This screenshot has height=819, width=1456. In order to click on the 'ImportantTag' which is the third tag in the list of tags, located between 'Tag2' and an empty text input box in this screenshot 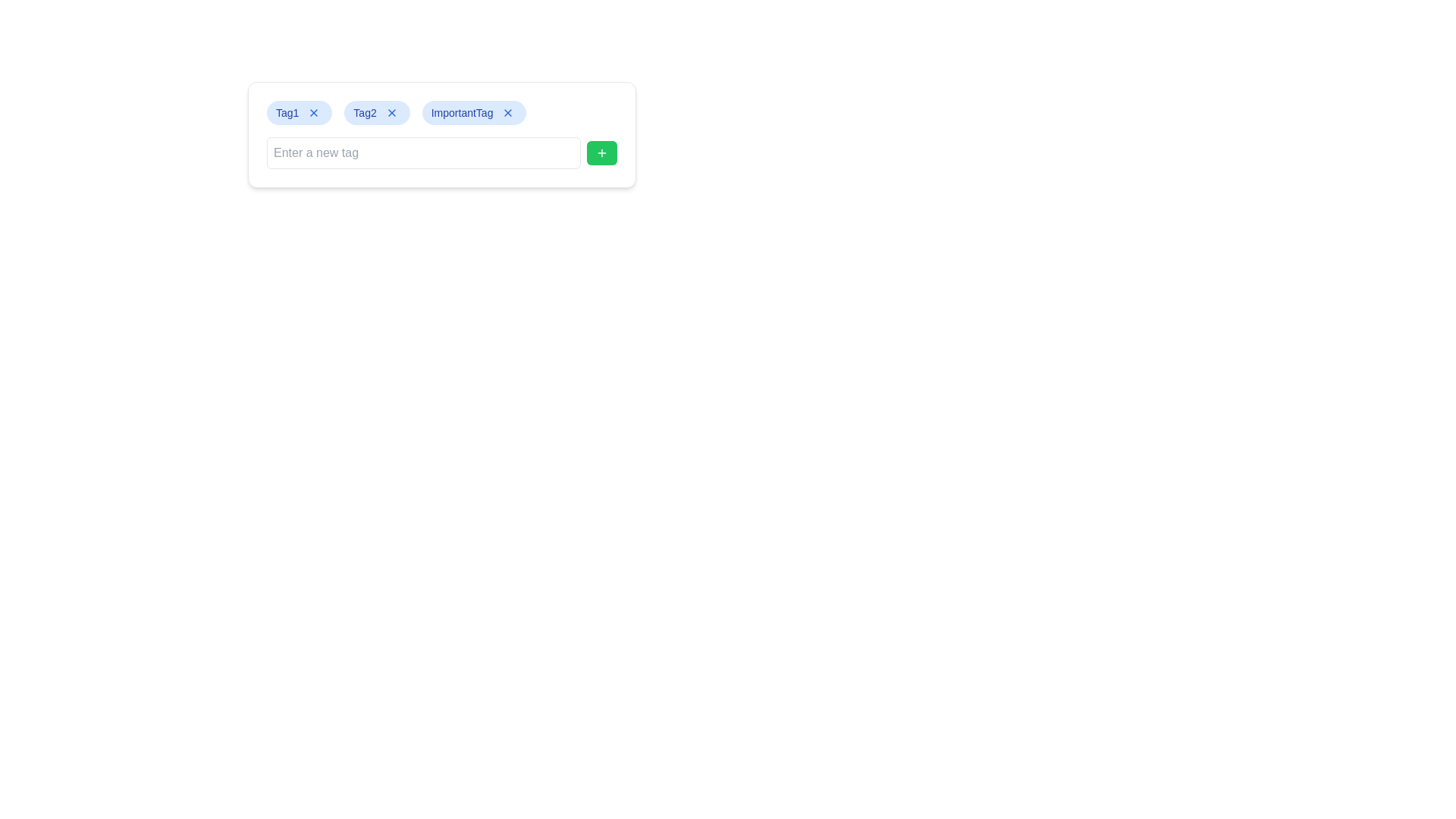, I will do `click(473, 112)`.